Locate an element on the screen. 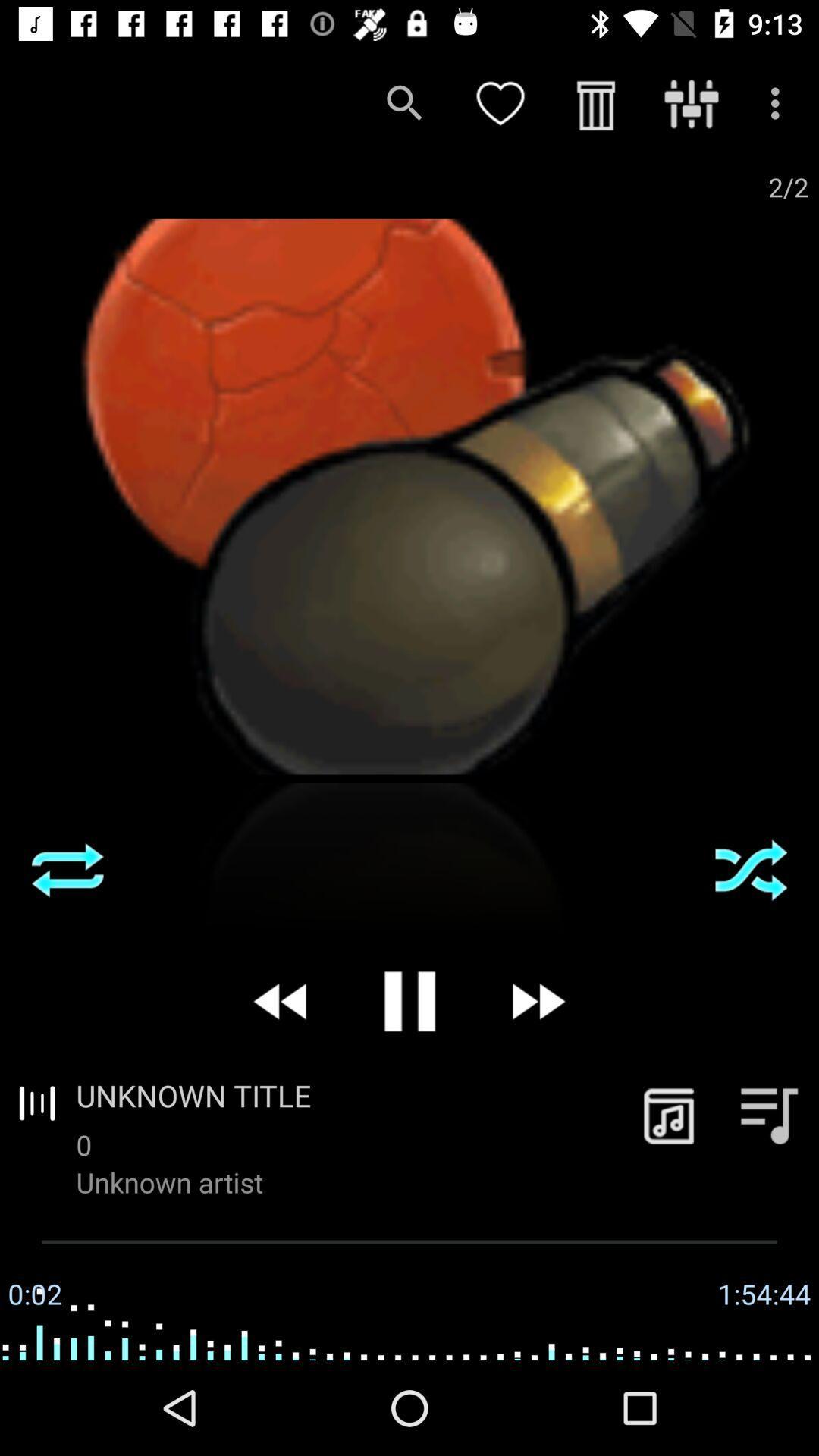 Image resolution: width=819 pixels, height=1456 pixels. pause is located at coordinates (409, 1001).